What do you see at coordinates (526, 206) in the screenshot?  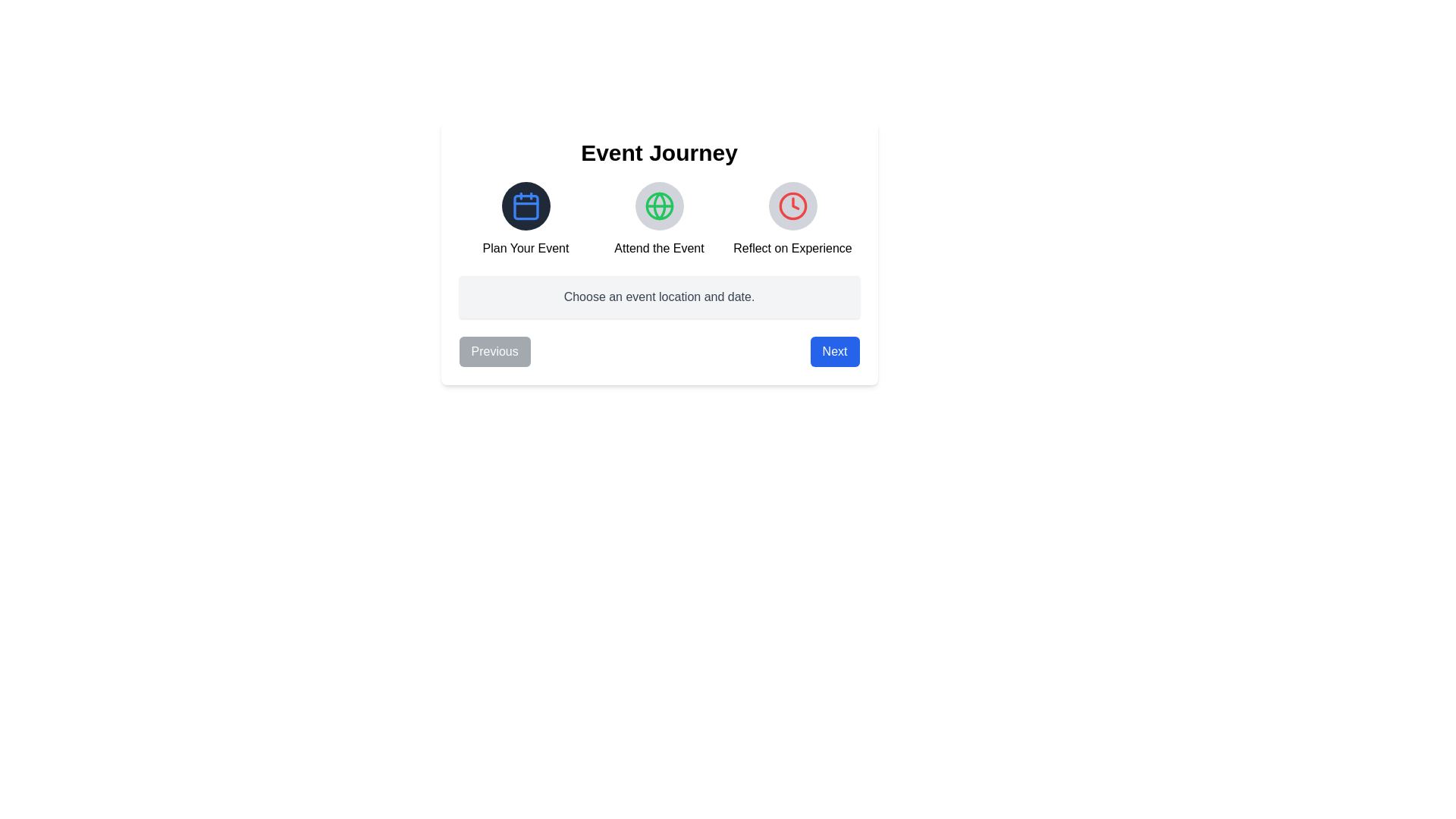 I see `the icon corresponding to Plan Your Event to view additional information` at bounding box center [526, 206].